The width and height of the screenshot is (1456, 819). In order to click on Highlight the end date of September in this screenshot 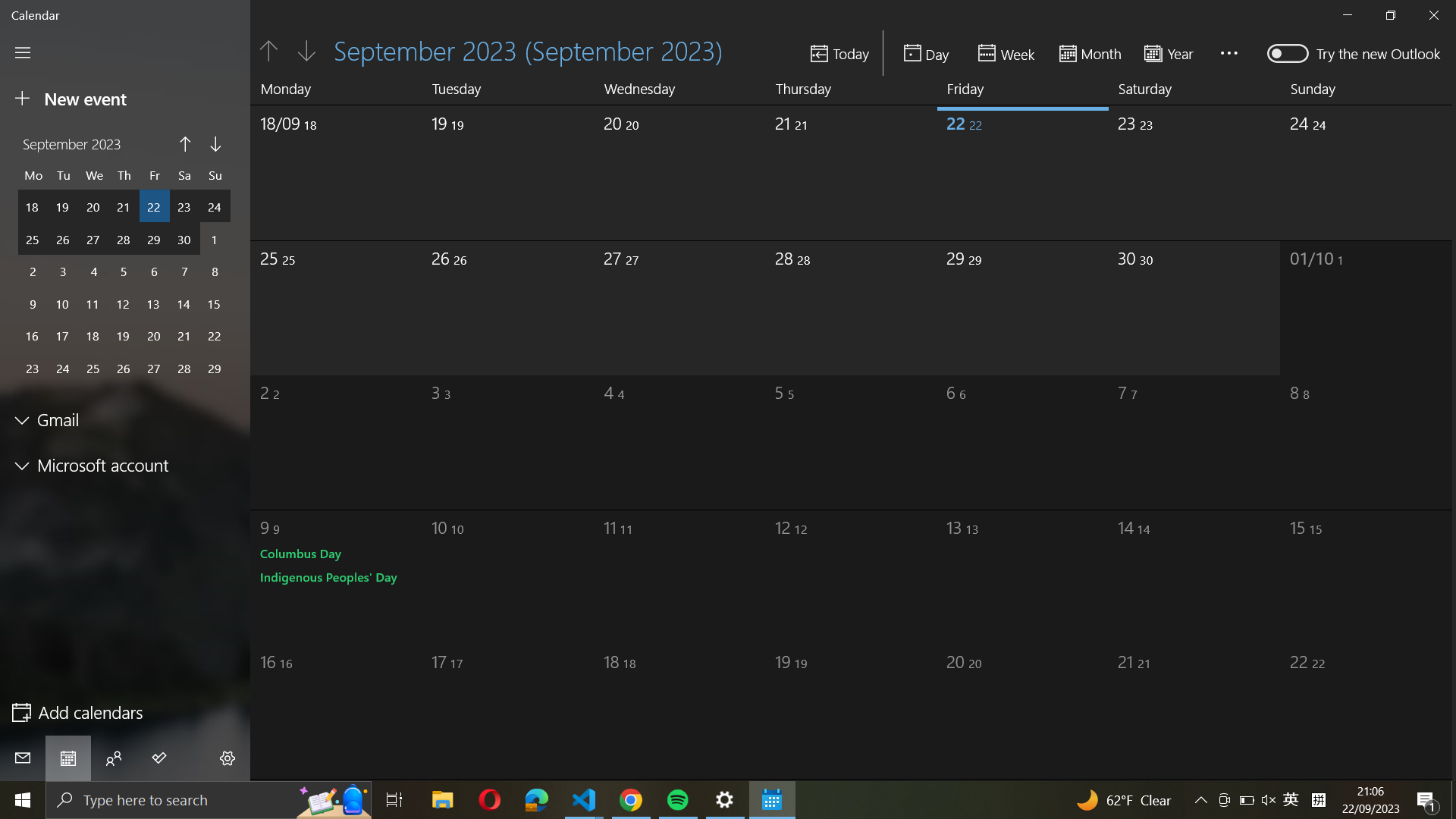, I will do `click(1195, 167)`.